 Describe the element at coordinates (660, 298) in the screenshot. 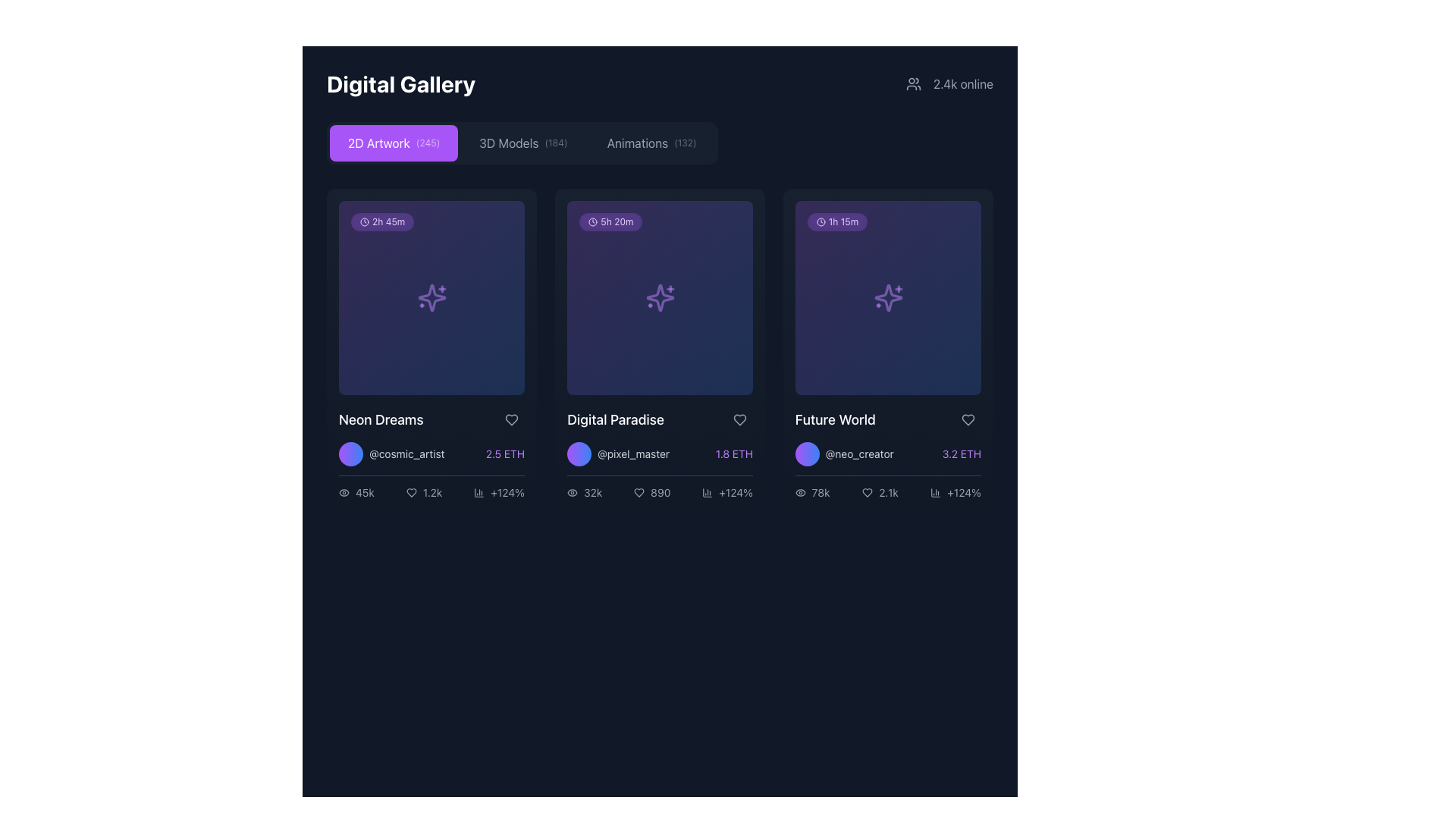

I see `the star icon with sparkles, styled in a gradient purple color, located in the center of the 'Digital Paradise' card in the '2D Artwork' gallery` at that location.